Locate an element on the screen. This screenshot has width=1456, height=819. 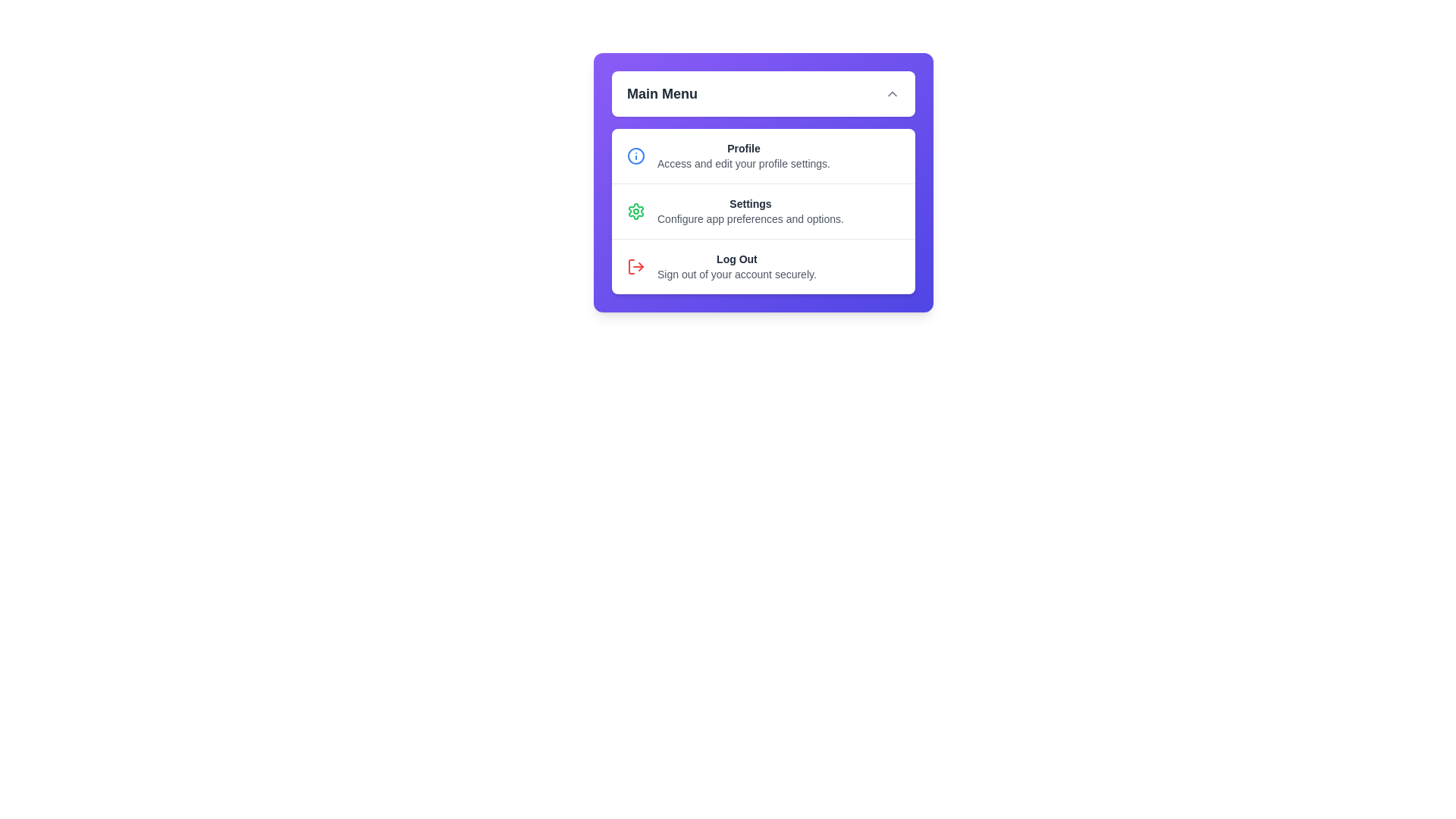
the description text of the menu item Profile is located at coordinates (743, 164).